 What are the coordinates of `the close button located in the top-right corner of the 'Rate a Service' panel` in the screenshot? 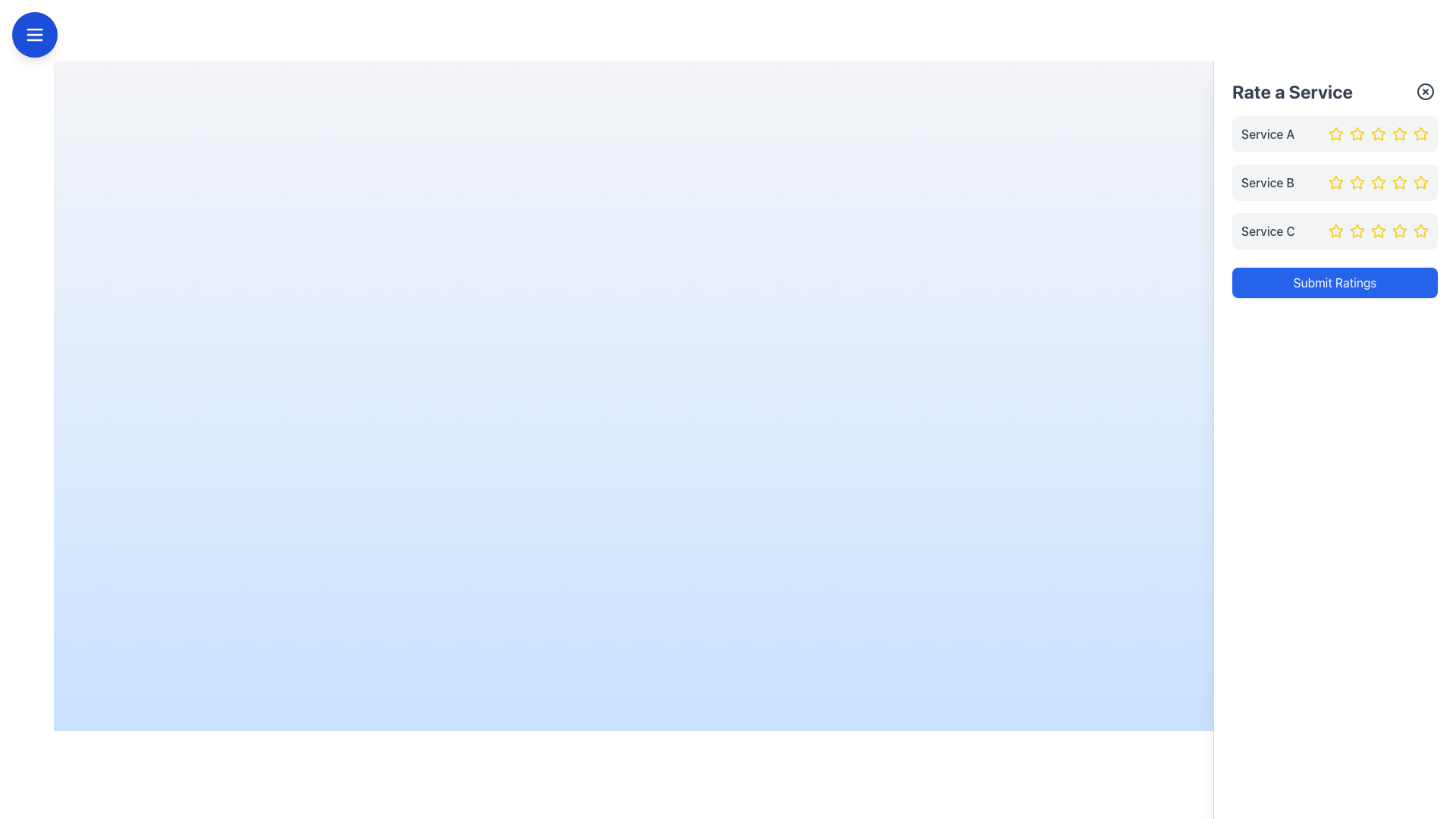 It's located at (1425, 91).